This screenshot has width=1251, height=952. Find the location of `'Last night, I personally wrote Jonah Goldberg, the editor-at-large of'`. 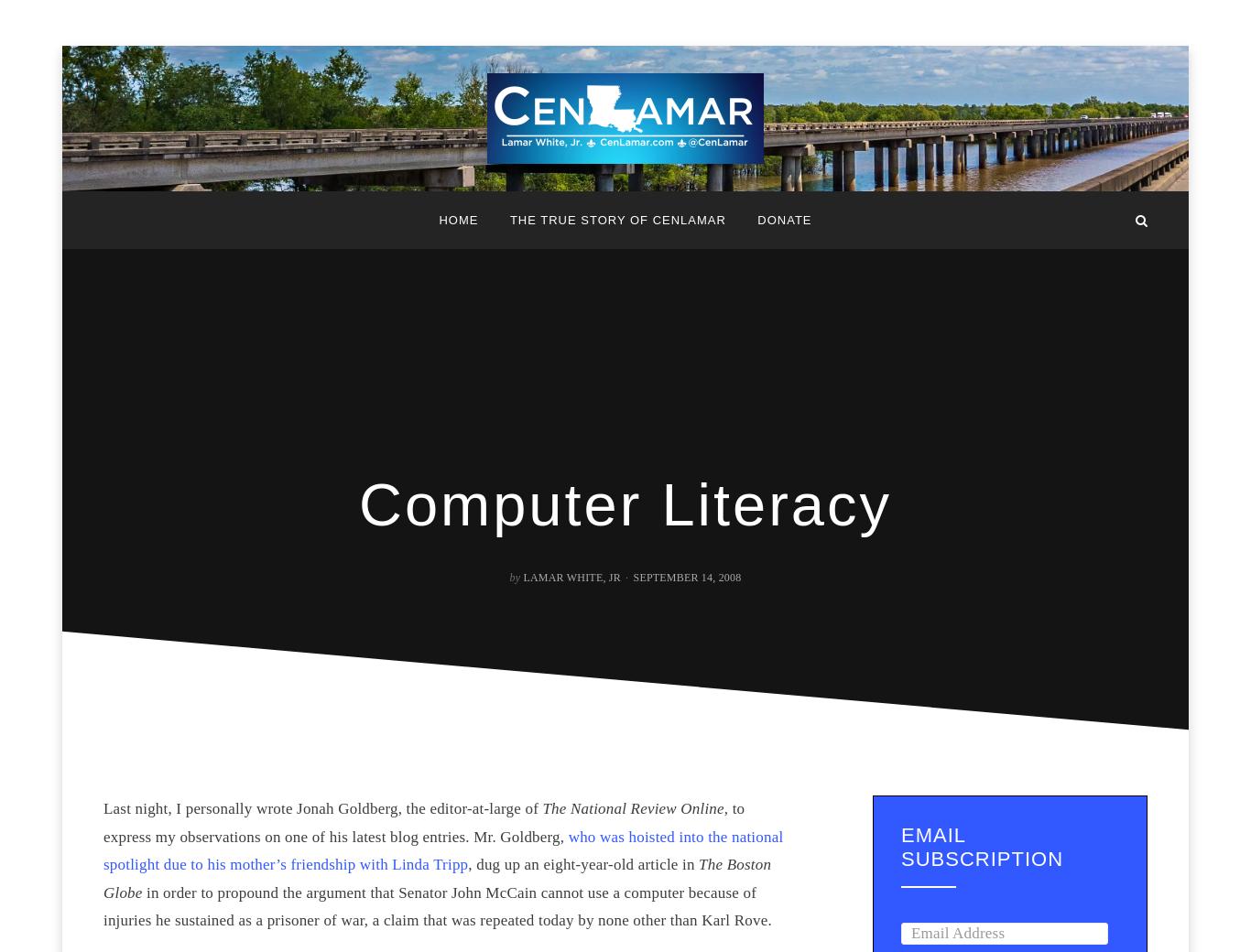

'Last night, I personally wrote Jonah Goldberg, the editor-at-large of' is located at coordinates (321, 807).